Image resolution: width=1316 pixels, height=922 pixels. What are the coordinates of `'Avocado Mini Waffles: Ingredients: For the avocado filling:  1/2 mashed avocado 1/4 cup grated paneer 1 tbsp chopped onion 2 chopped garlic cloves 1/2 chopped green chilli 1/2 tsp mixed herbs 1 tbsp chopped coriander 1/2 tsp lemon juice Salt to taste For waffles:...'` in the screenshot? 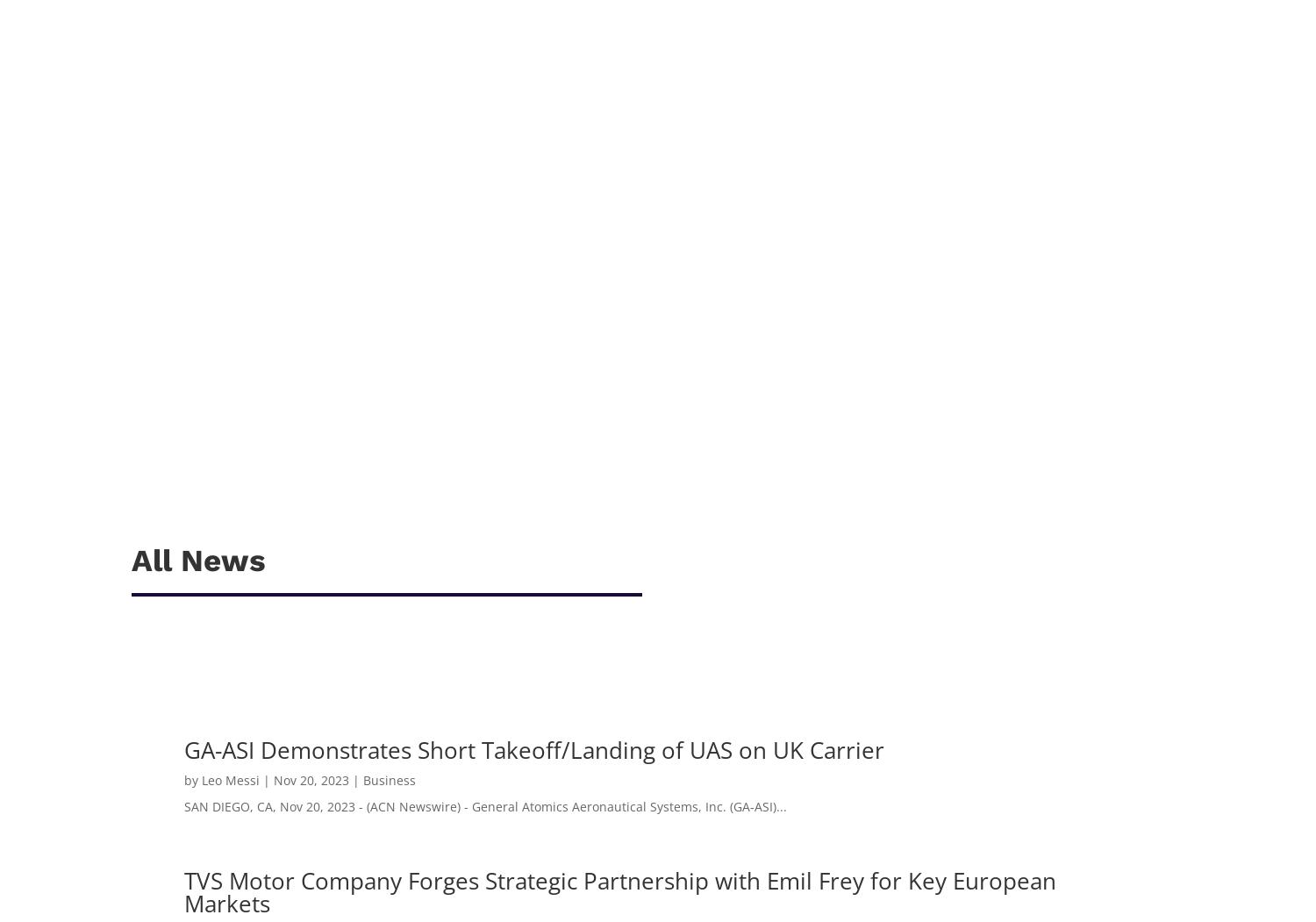 It's located at (516, 128).